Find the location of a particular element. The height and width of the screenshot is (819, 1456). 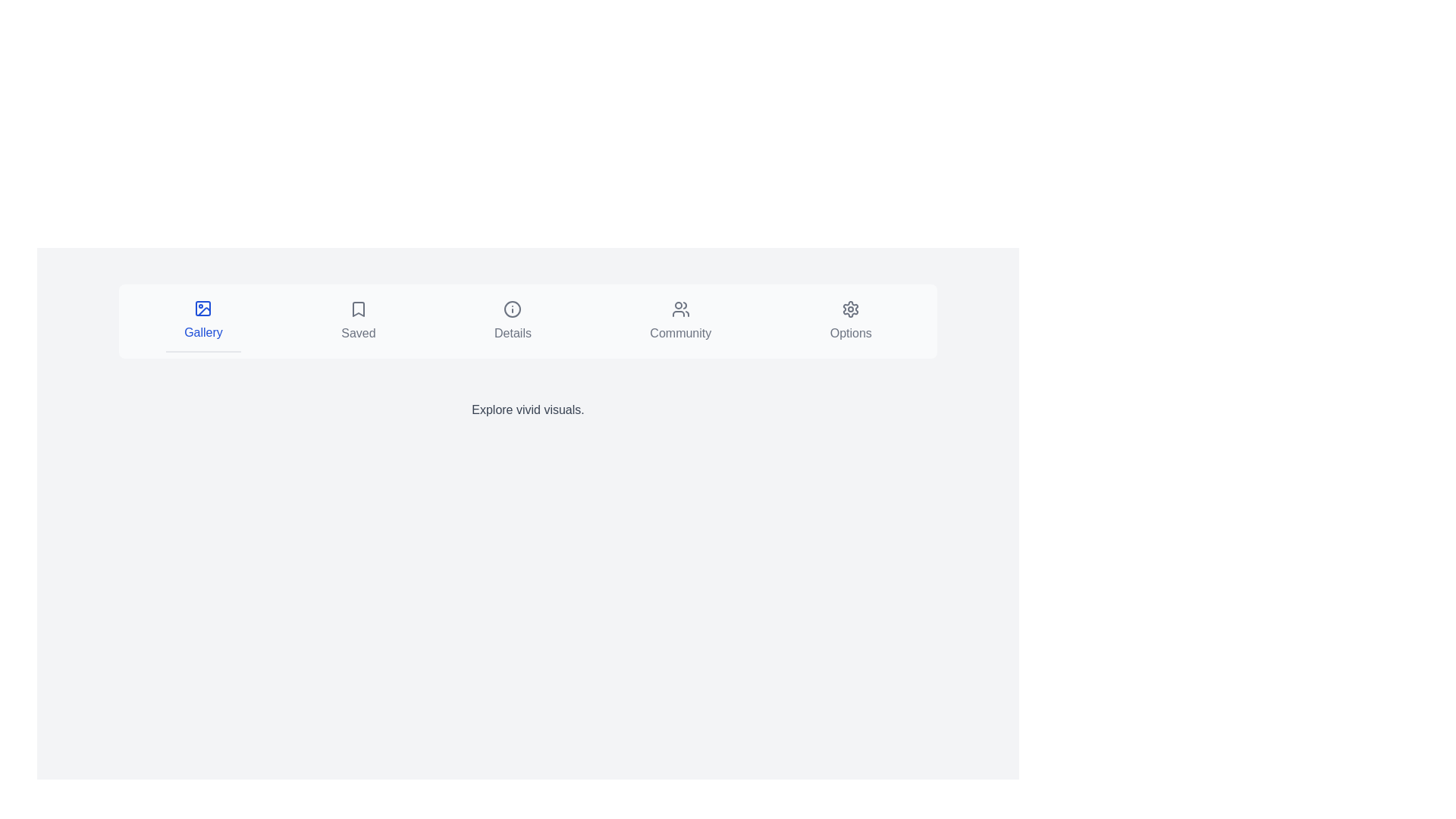

the tab labeled Details to display its associated content is located at coordinates (513, 321).